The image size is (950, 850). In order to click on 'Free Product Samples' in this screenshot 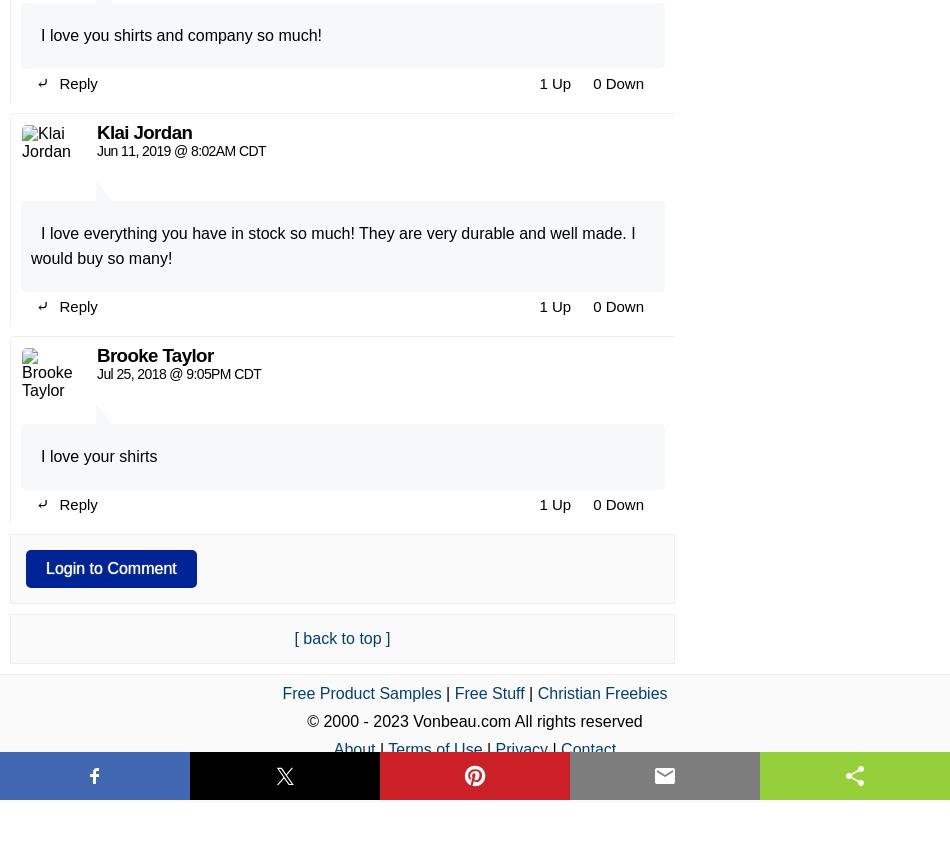, I will do `click(360, 191)`.